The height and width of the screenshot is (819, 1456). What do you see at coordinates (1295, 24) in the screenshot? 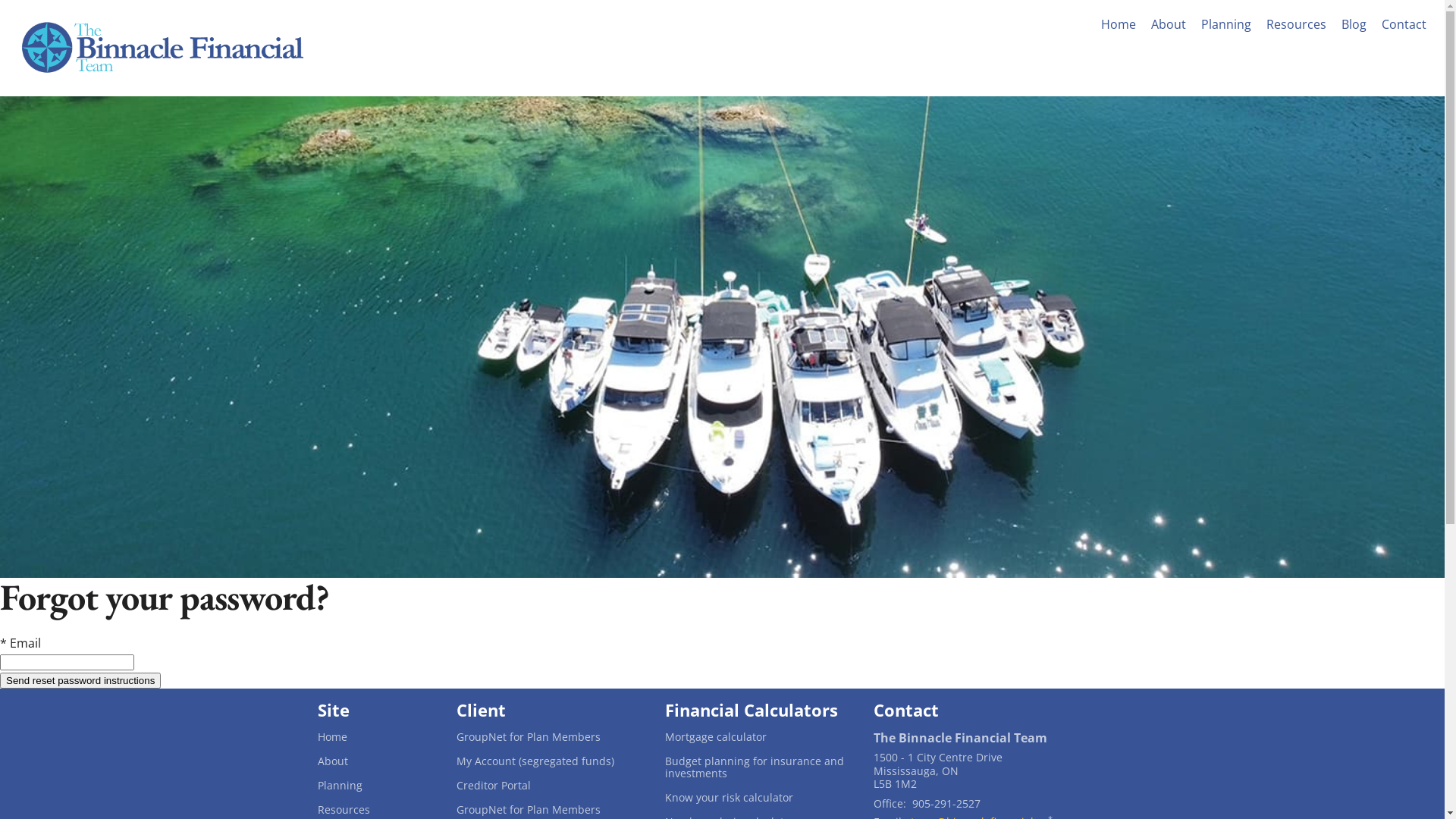
I see `'Resources'` at bounding box center [1295, 24].